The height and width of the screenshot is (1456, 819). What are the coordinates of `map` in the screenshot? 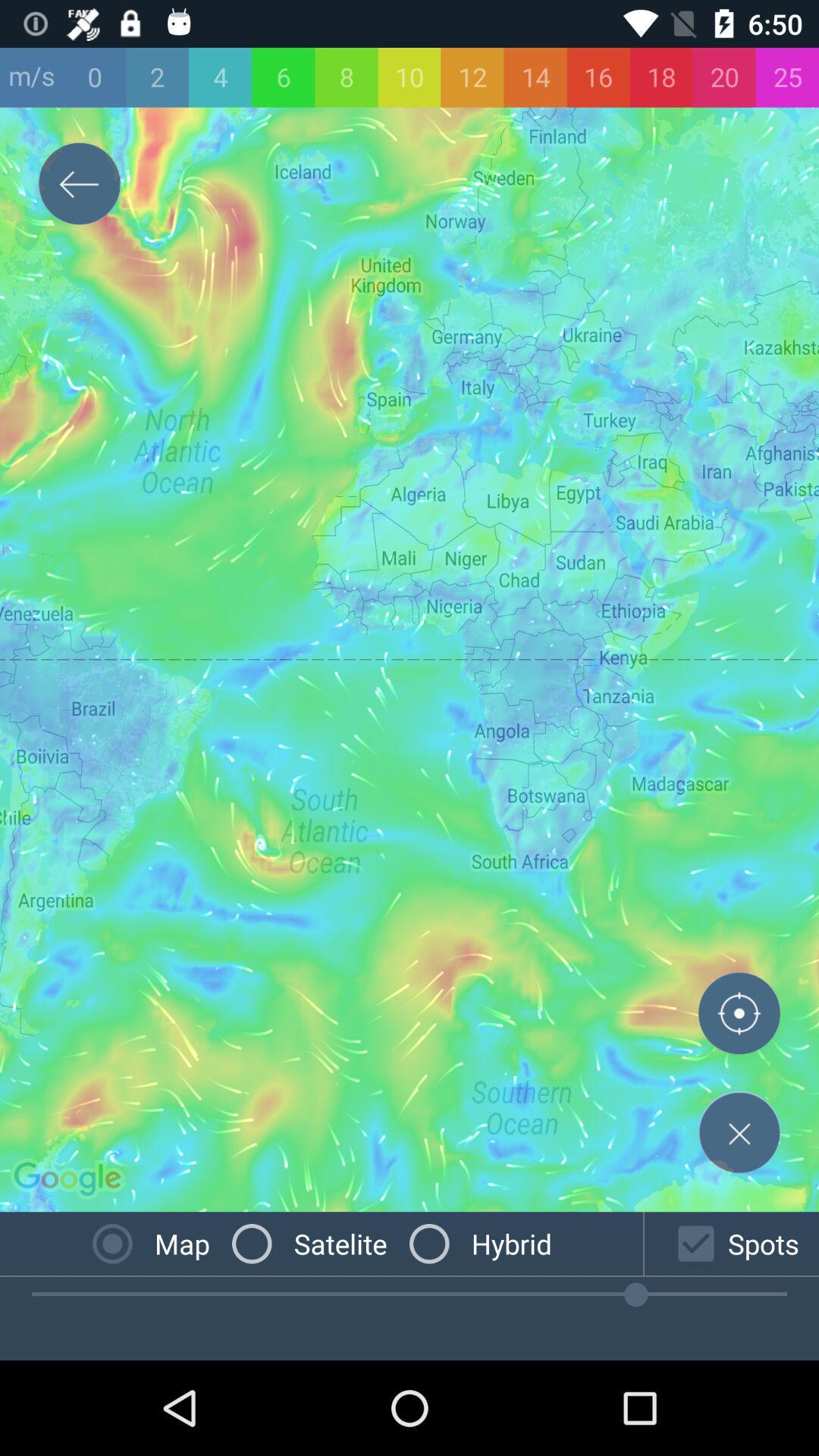 It's located at (739, 1132).